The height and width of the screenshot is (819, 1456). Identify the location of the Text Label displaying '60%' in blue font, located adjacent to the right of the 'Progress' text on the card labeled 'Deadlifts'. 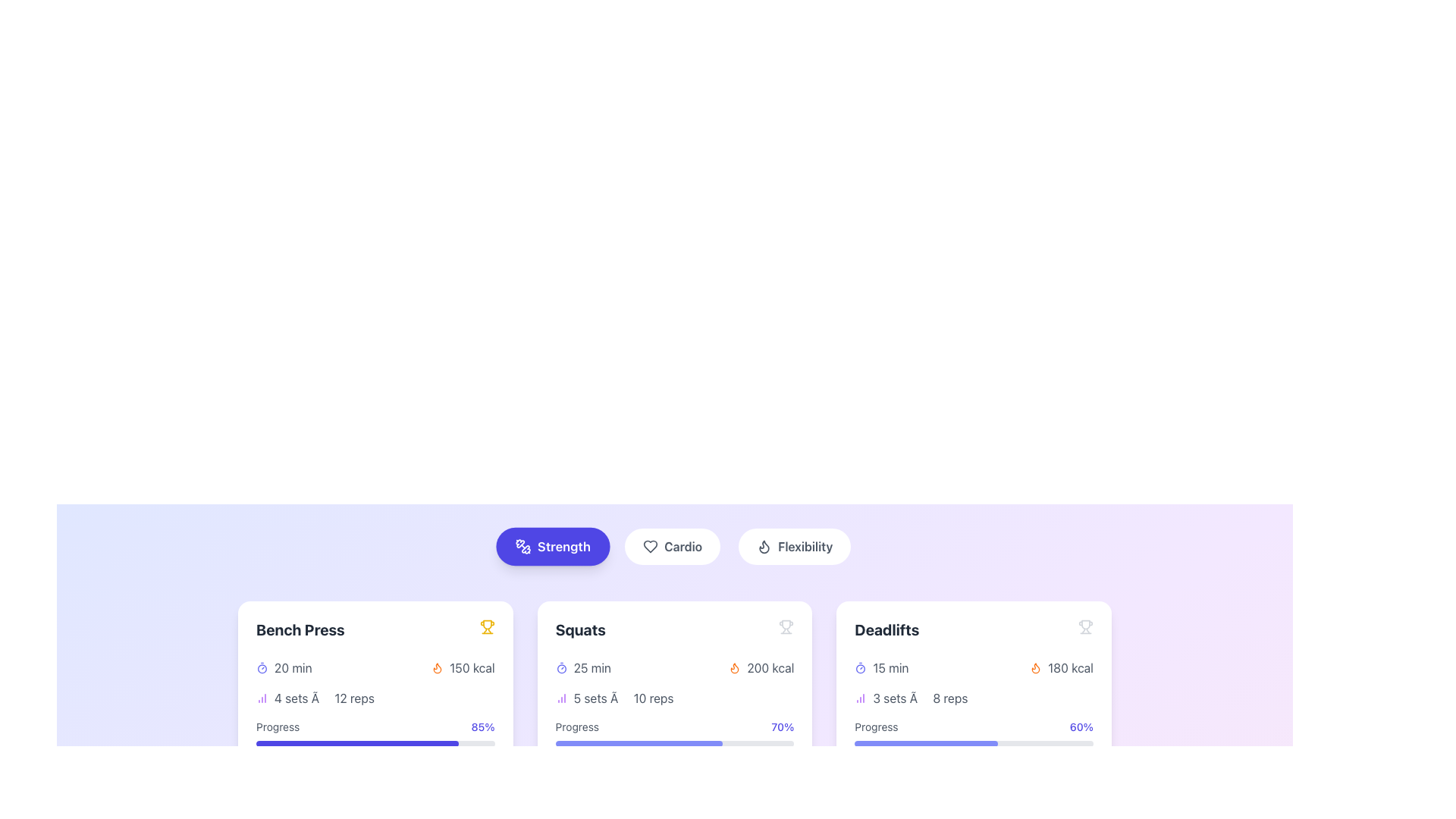
(1081, 726).